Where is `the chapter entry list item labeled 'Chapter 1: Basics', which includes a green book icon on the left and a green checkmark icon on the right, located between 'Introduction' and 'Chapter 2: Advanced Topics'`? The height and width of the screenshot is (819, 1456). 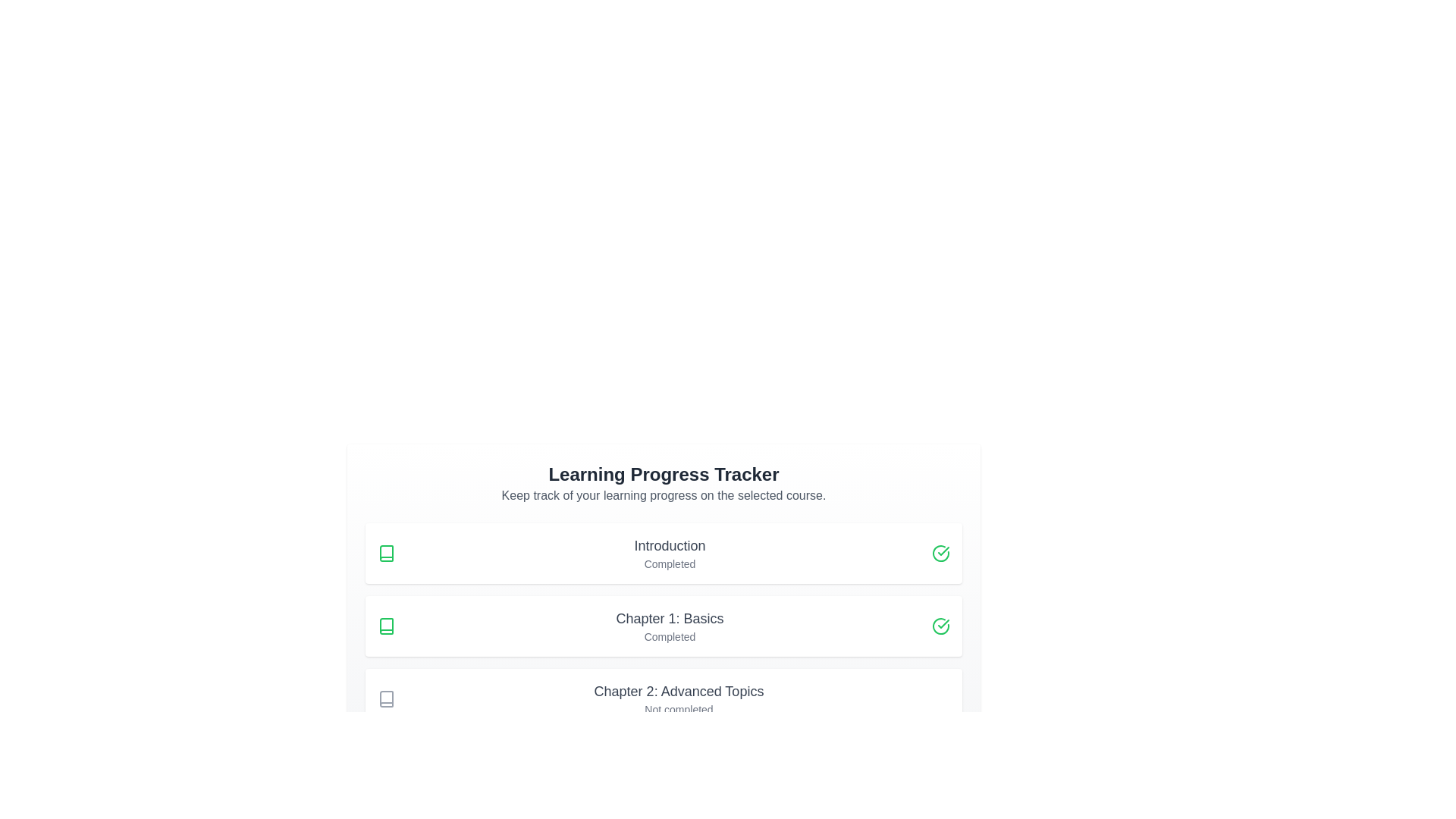
the chapter entry list item labeled 'Chapter 1: Basics', which includes a green book icon on the left and a green checkmark icon on the right, located between 'Introduction' and 'Chapter 2: Advanced Topics' is located at coordinates (664, 626).